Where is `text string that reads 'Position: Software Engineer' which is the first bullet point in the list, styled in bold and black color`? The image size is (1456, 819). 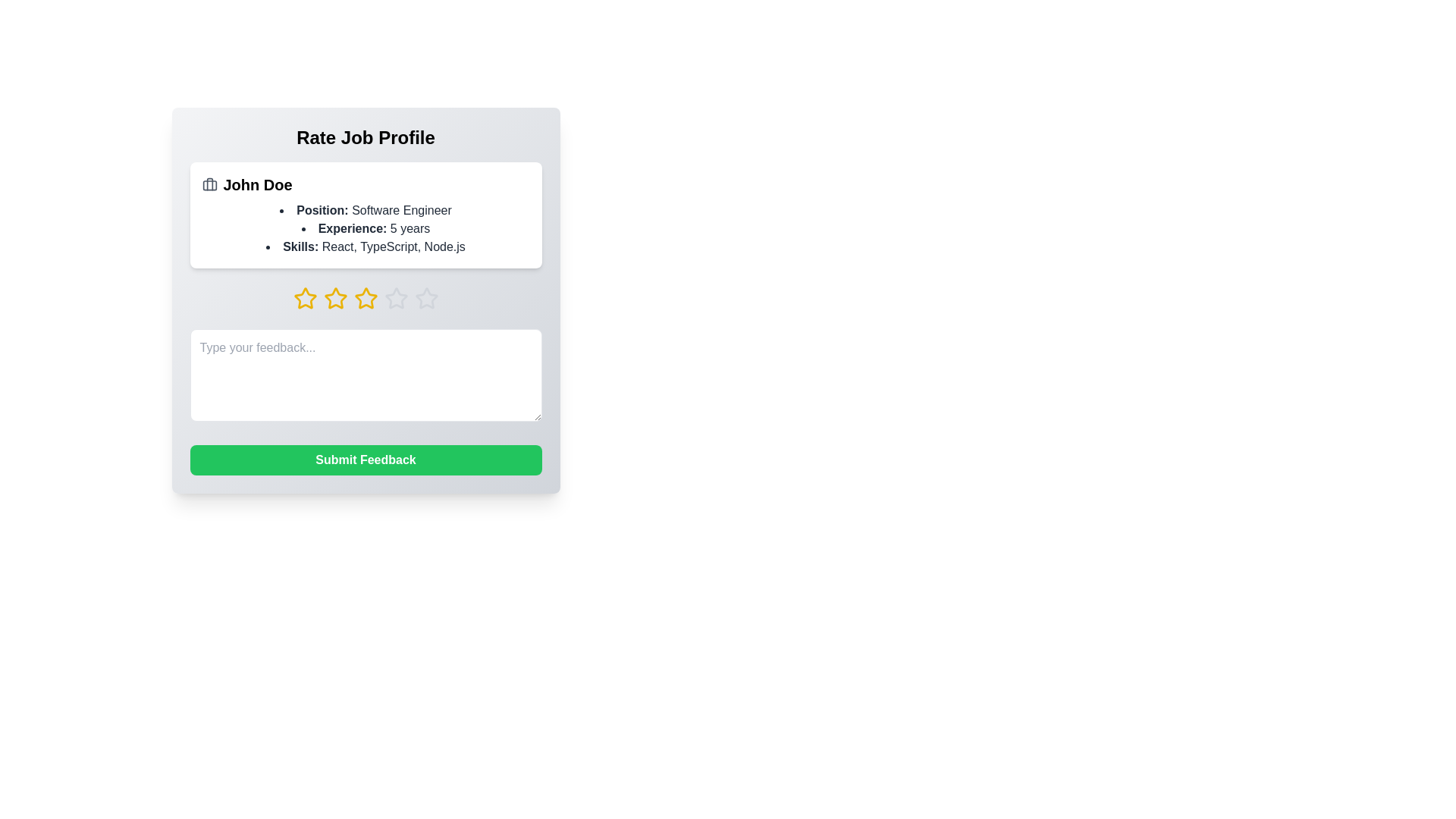 text string that reads 'Position: Software Engineer' which is the first bullet point in the list, styled in bold and black color is located at coordinates (366, 210).